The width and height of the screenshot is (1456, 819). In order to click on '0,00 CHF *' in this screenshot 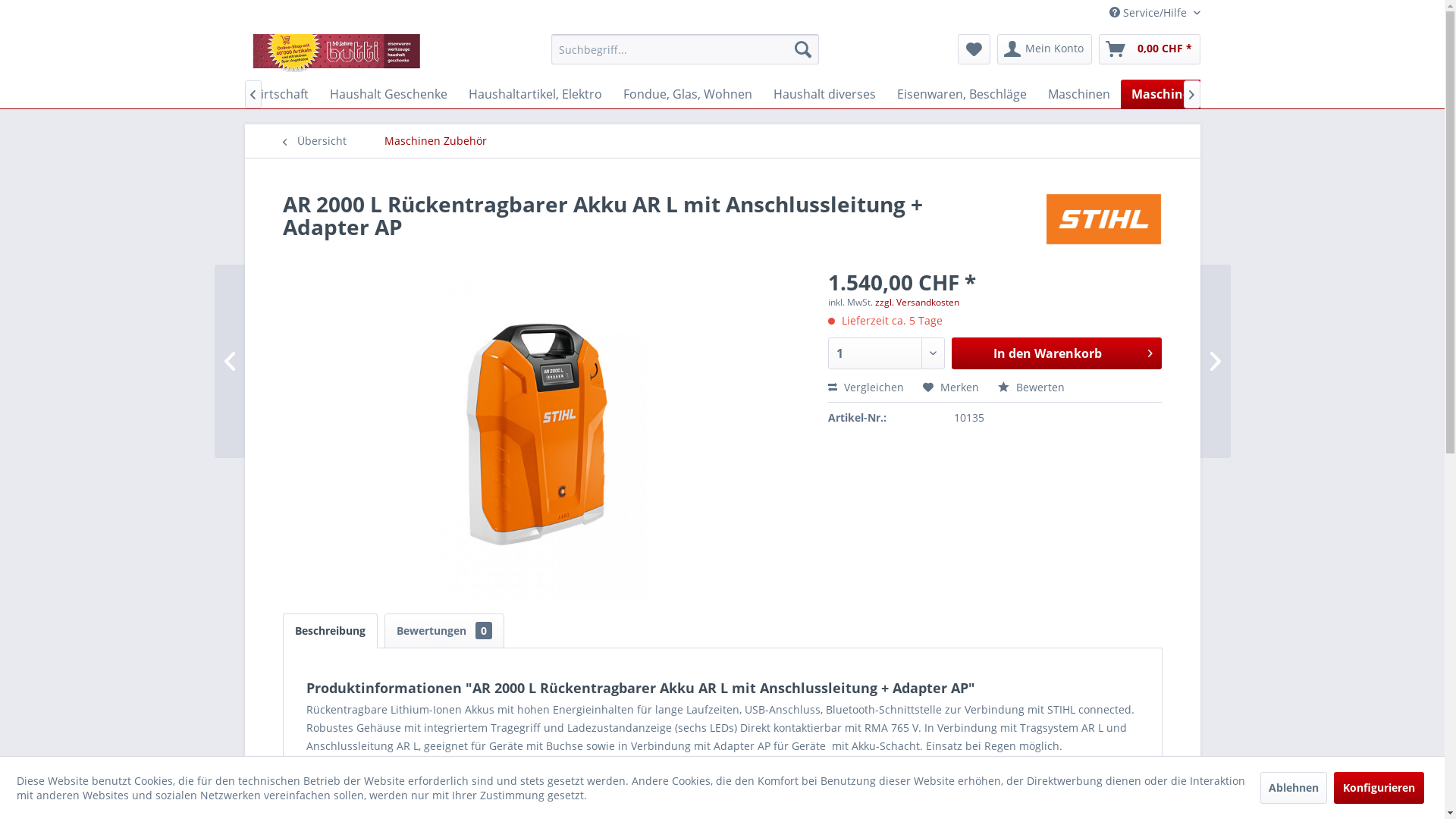, I will do `click(1098, 49)`.